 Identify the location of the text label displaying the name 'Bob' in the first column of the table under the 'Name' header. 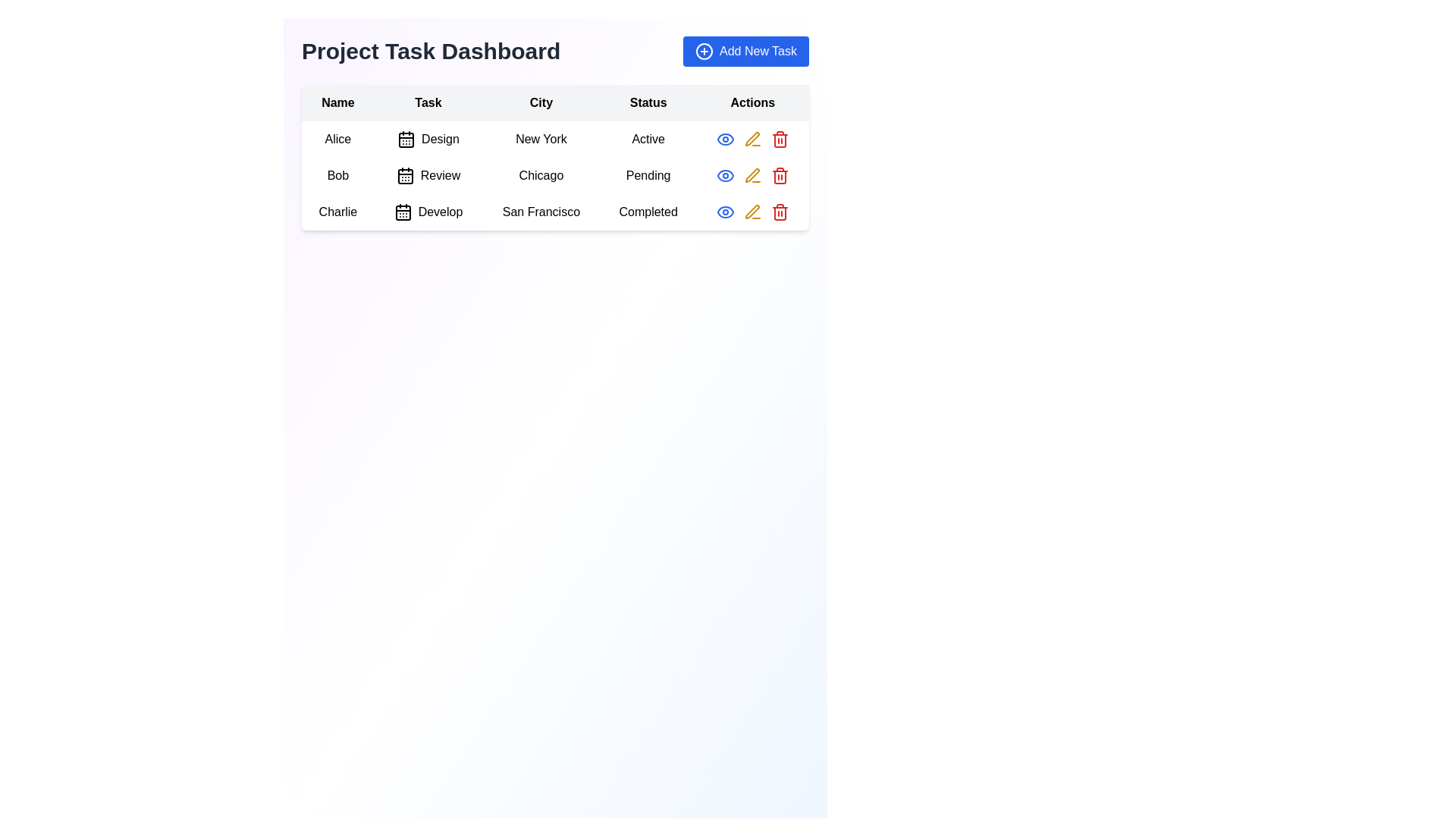
(337, 174).